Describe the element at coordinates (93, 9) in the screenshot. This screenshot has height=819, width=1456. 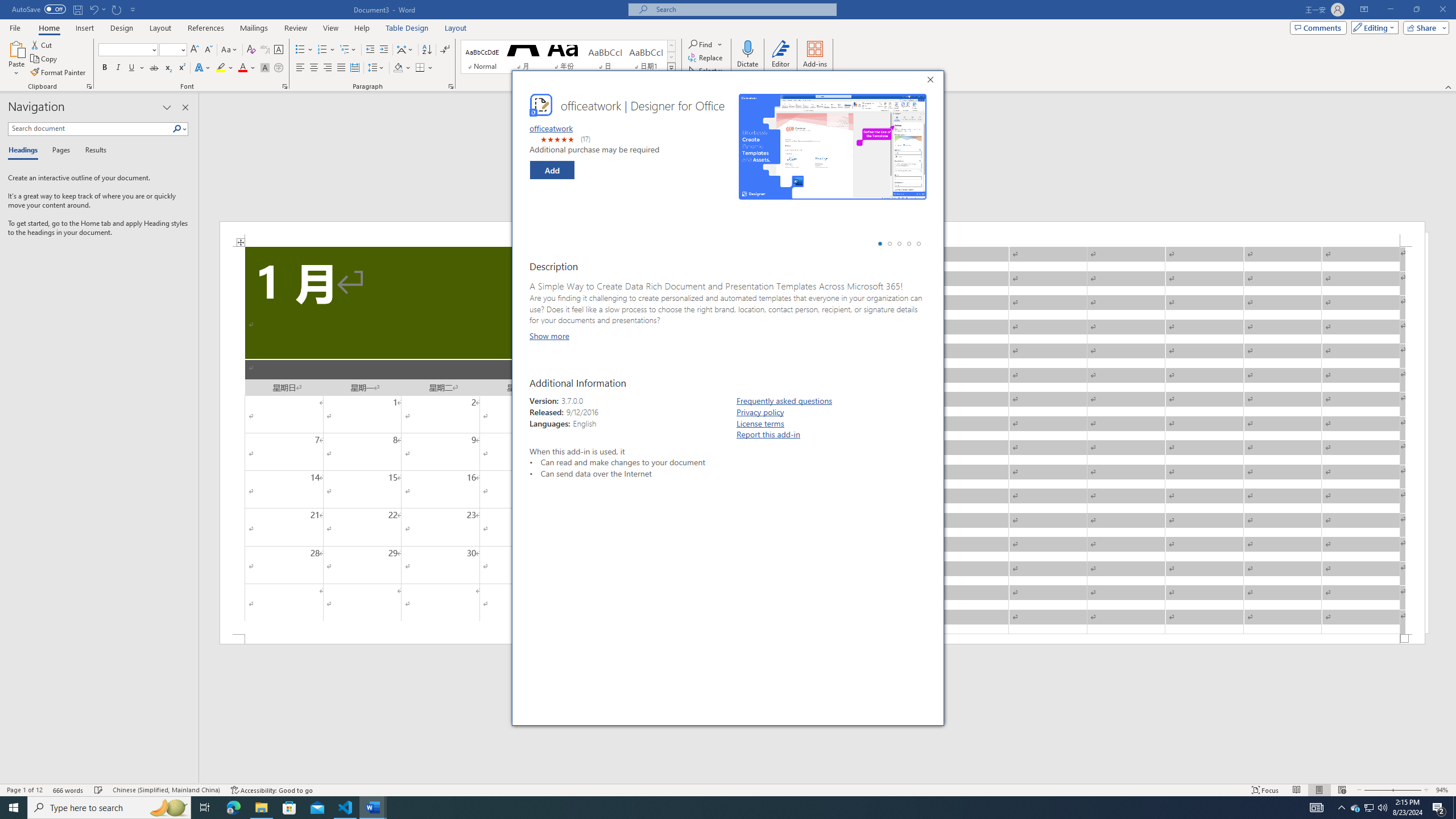
I see `'Undo Grow Font'` at that location.